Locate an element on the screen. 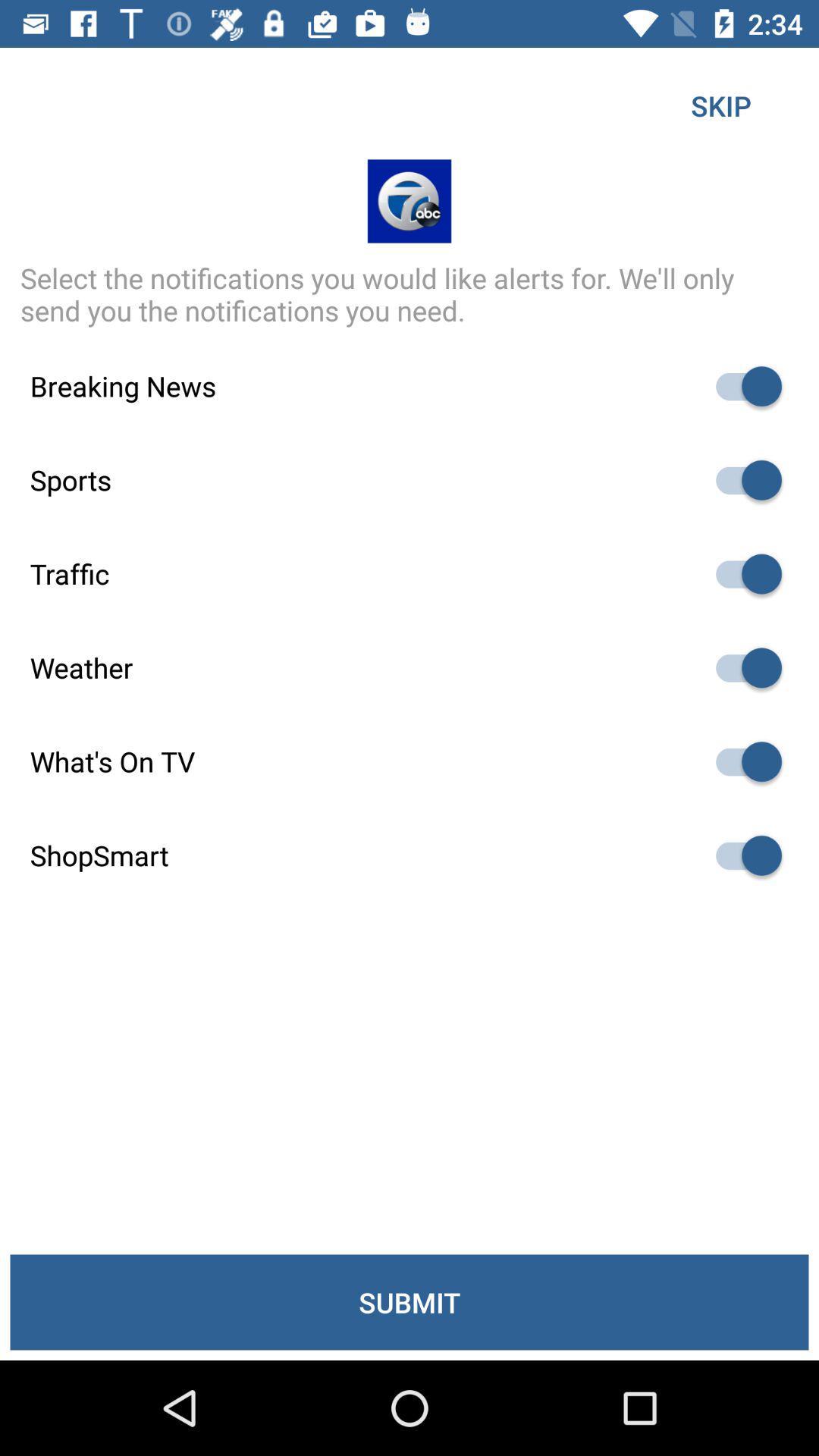 The width and height of the screenshot is (819, 1456). what 's on tv is located at coordinates (741, 761).